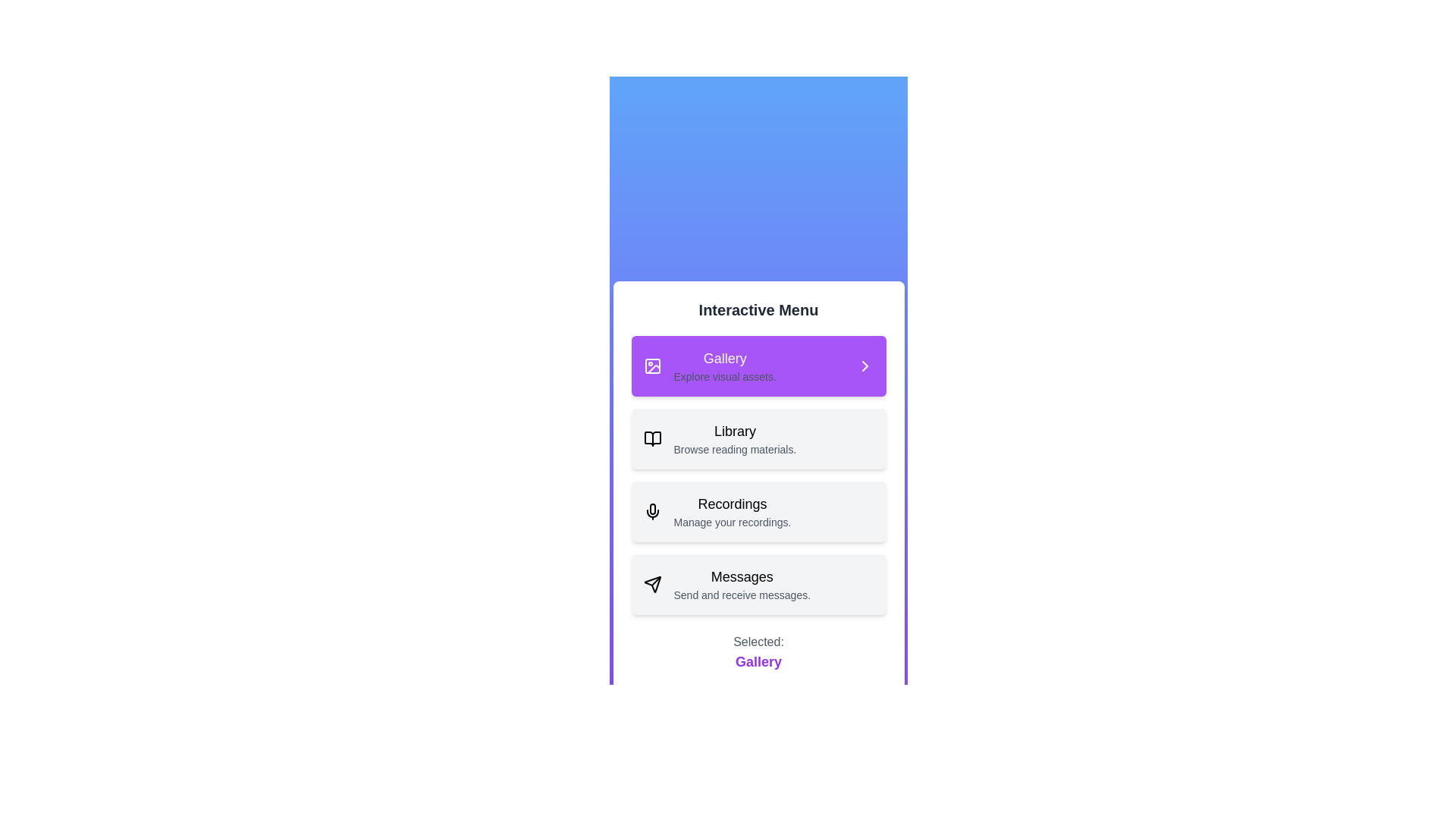 This screenshot has height=819, width=1456. I want to click on the icon of the list item labeled Recordings, so click(652, 512).